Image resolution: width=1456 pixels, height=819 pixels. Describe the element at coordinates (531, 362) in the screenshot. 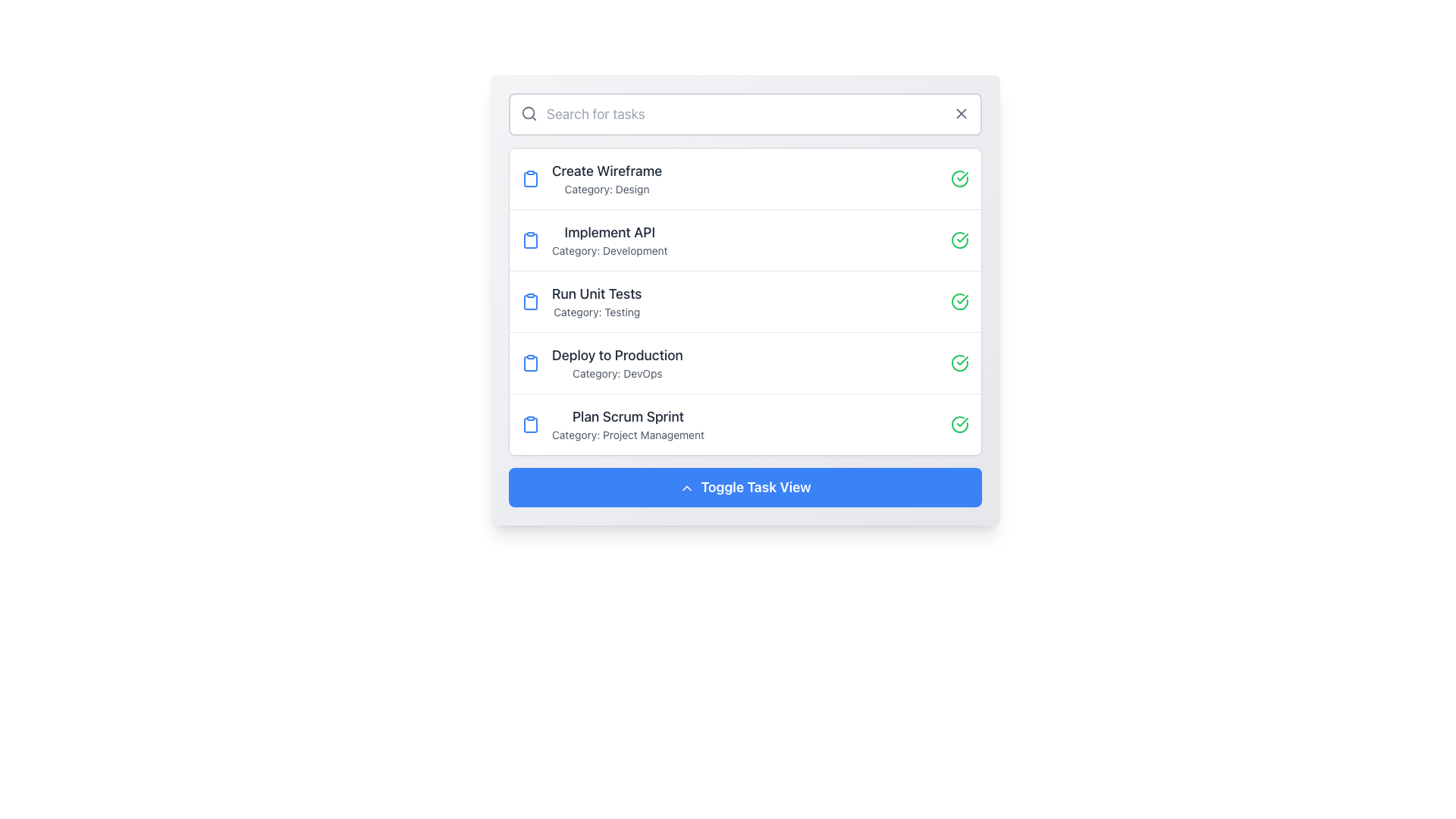

I see `the clipboard icon located in the fourth row of the task list, to the left of the text 'Deploy to Production'` at that location.